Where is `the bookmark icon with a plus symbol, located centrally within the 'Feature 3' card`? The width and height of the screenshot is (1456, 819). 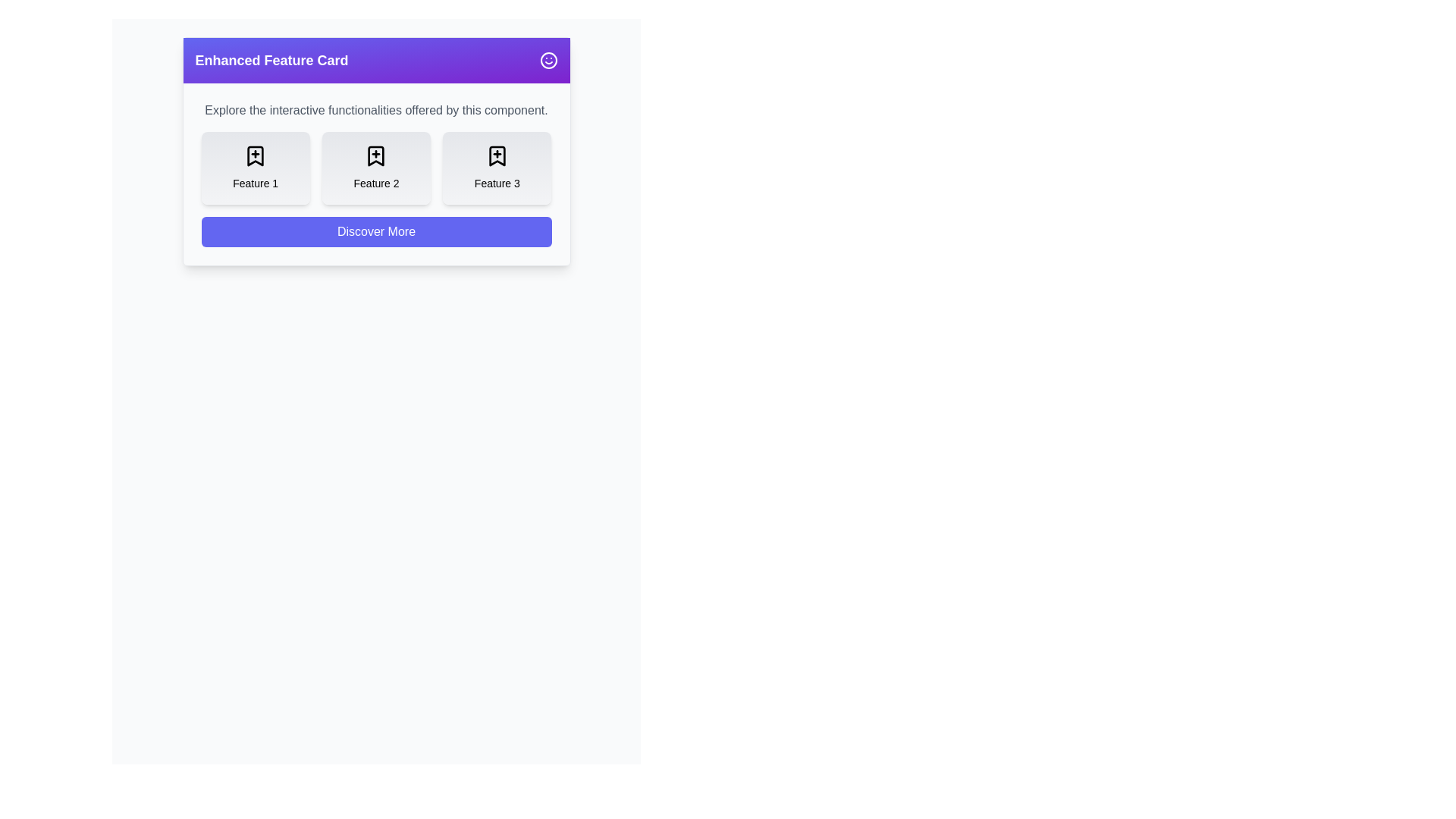
the bookmark icon with a plus symbol, located centrally within the 'Feature 3' card is located at coordinates (497, 155).